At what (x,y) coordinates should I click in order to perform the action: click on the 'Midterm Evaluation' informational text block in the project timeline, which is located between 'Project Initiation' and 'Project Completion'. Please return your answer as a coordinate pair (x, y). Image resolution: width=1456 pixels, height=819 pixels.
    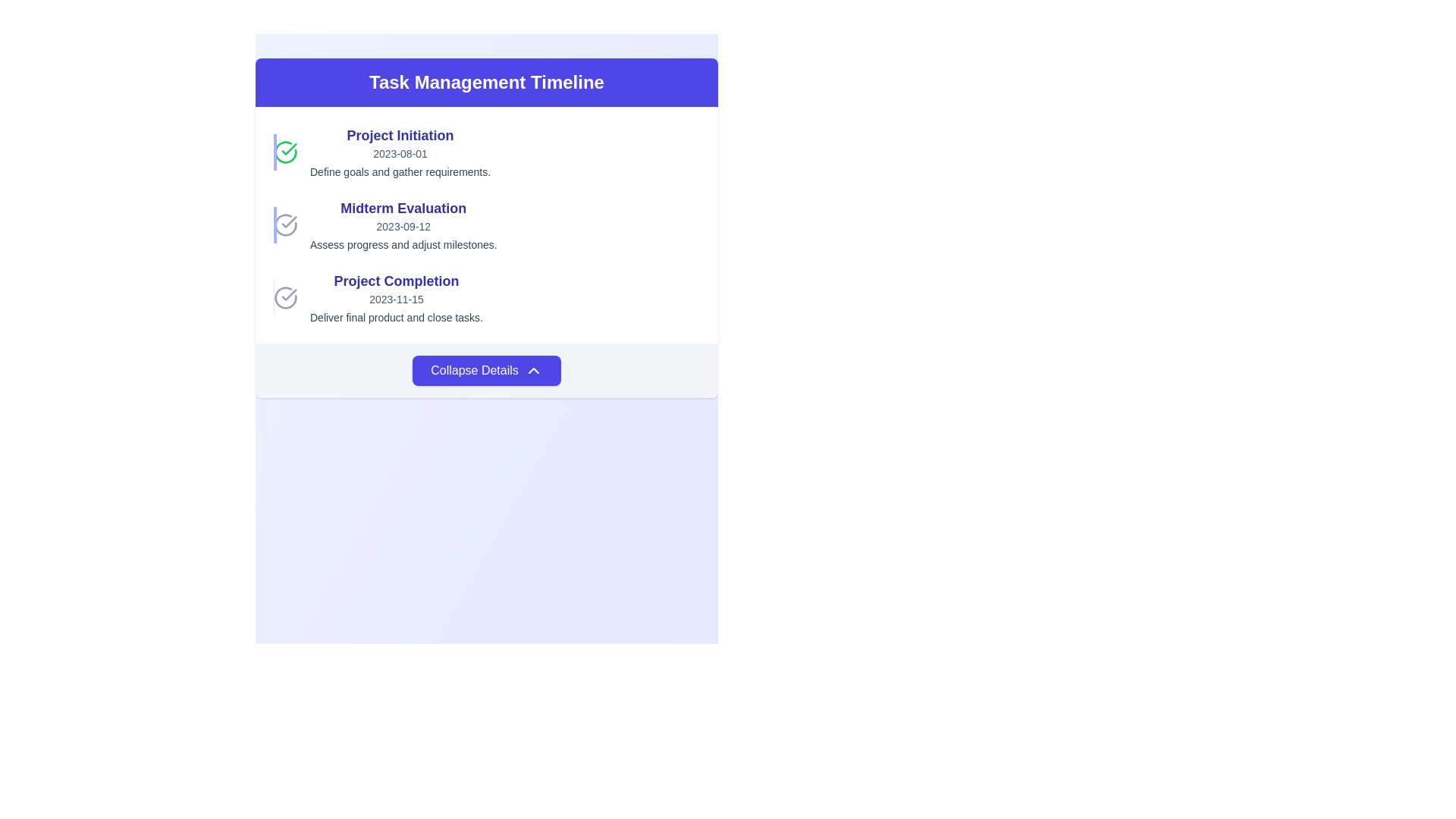
    Looking at the image, I should click on (403, 225).